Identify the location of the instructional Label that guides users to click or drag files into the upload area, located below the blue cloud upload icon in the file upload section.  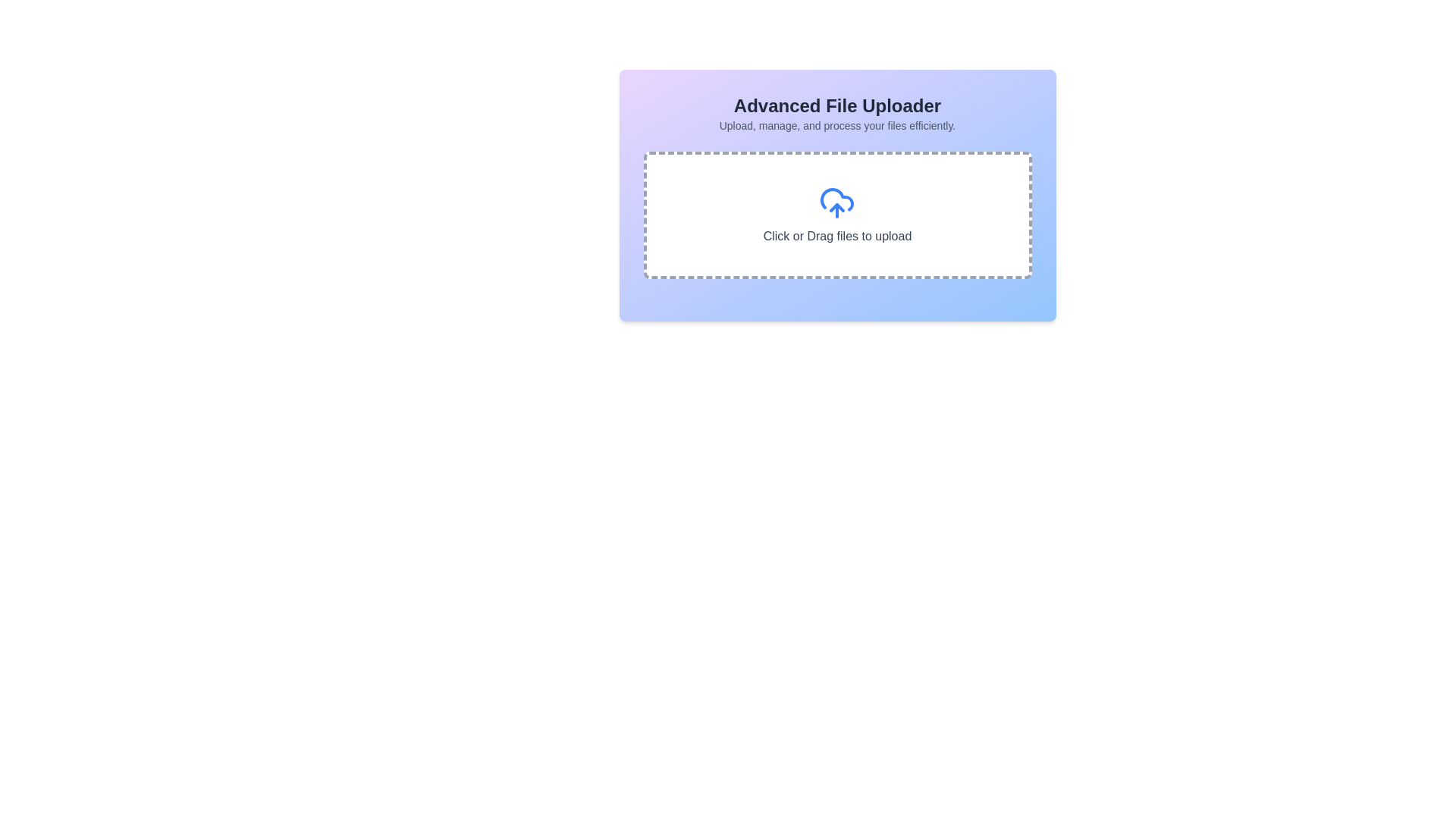
(836, 236).